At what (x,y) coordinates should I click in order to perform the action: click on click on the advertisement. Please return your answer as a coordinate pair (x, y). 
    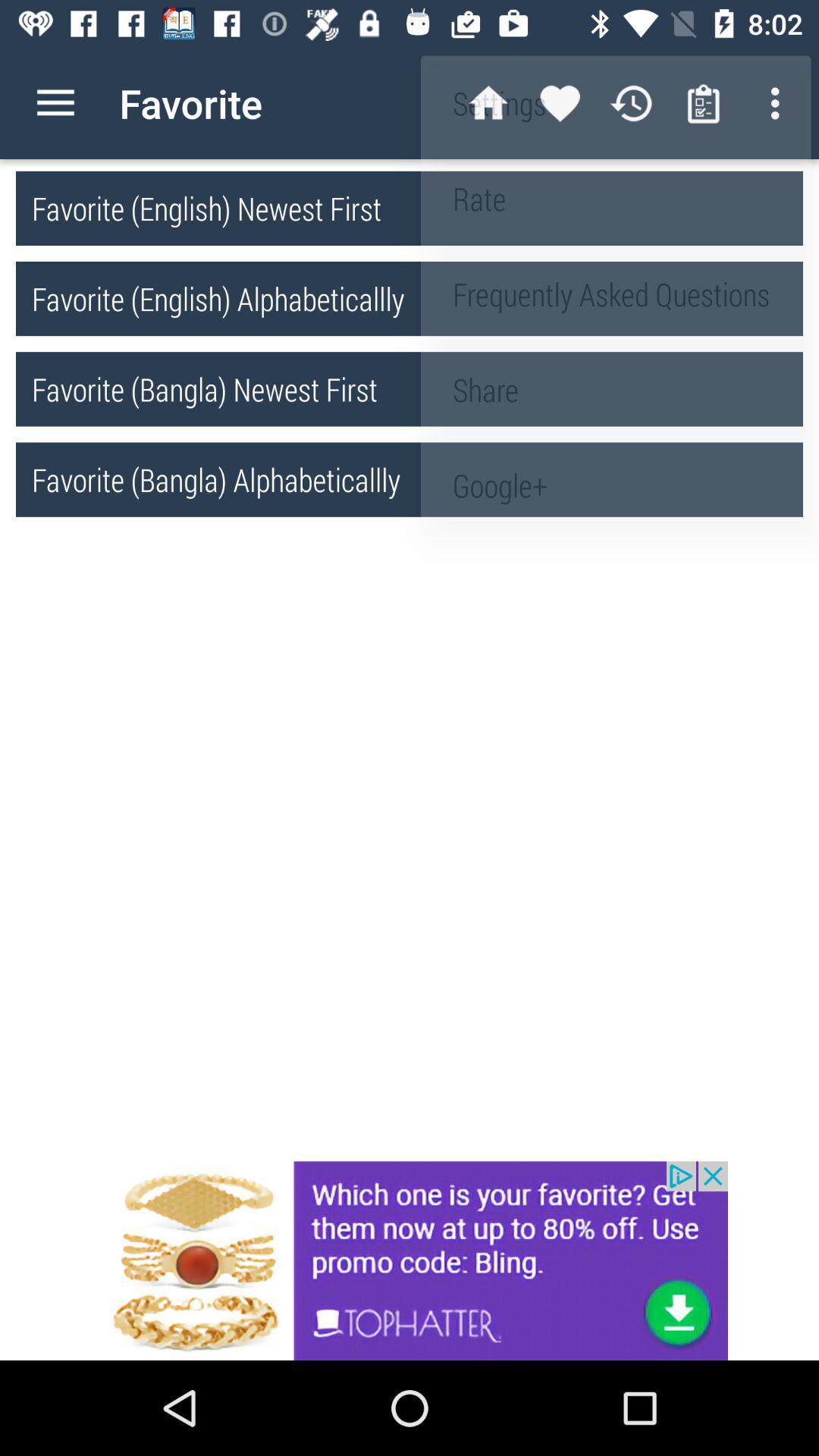
    Looking at the image, I should click on (409, 1260).